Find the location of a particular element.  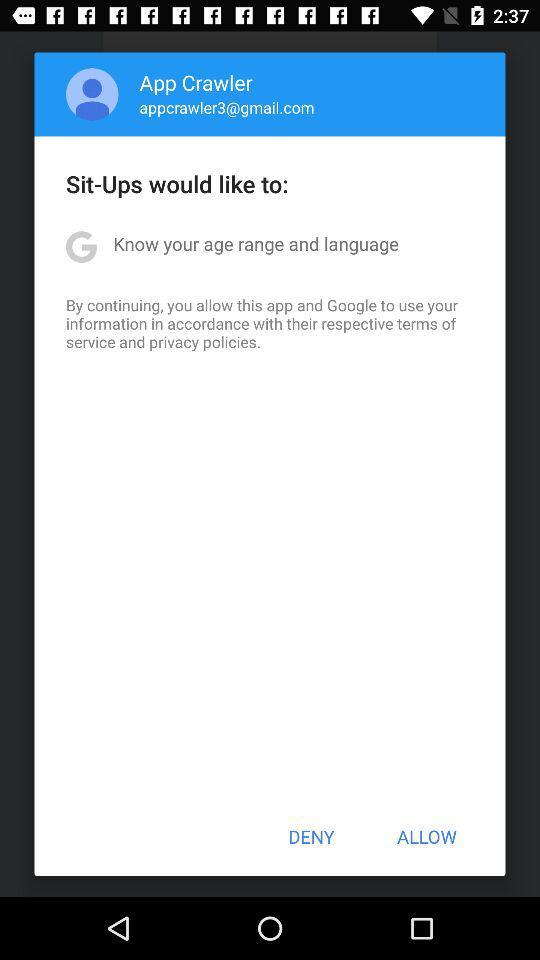

the app below app crawler item is located at coordinates (226, 107).